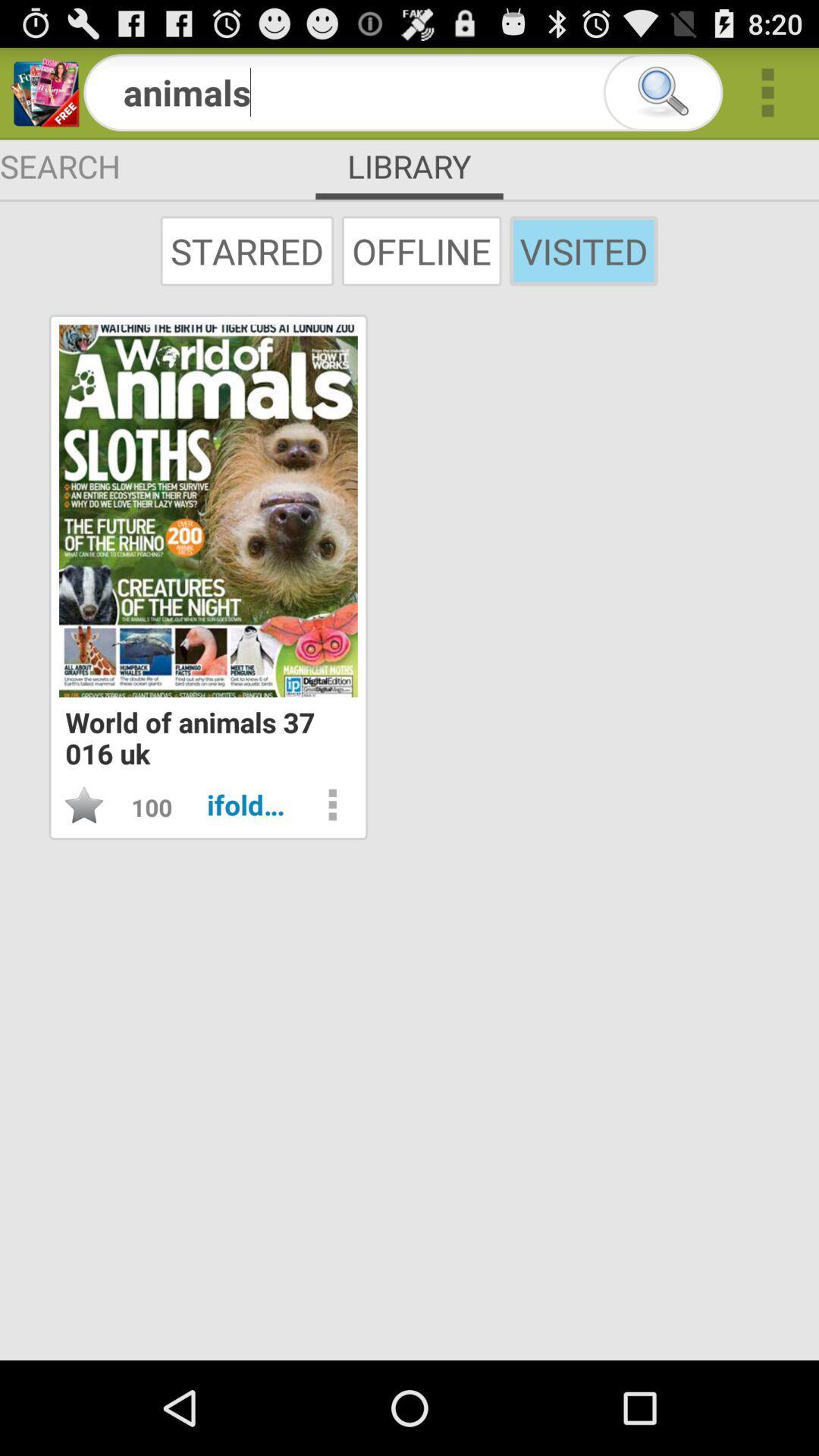 Image resolution: width=819 pixels, height=1456 pixels. I want to click on option menu, so click(331, 804).